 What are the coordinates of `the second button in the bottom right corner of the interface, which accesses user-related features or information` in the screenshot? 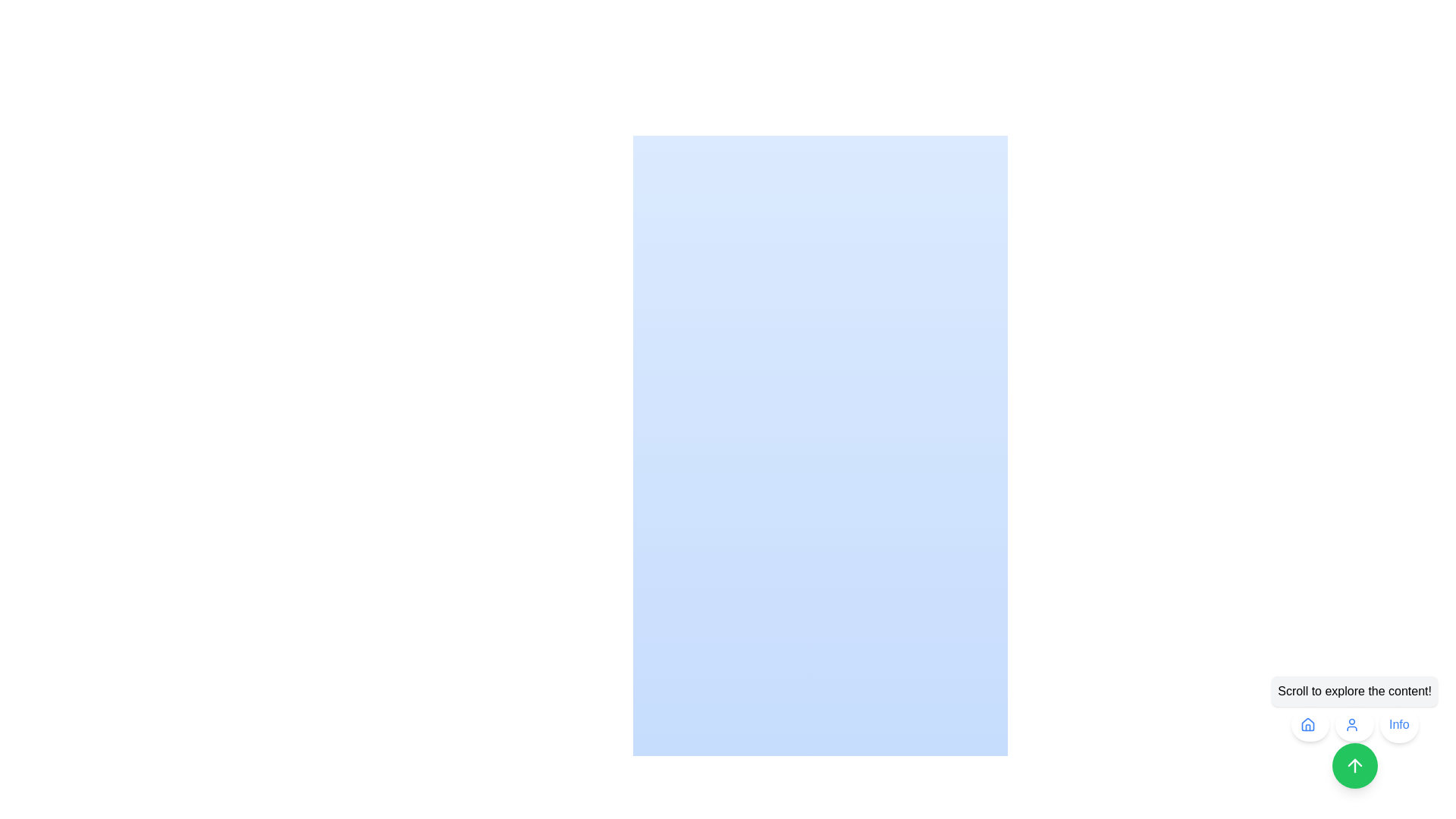 It's located at (1354, 724).